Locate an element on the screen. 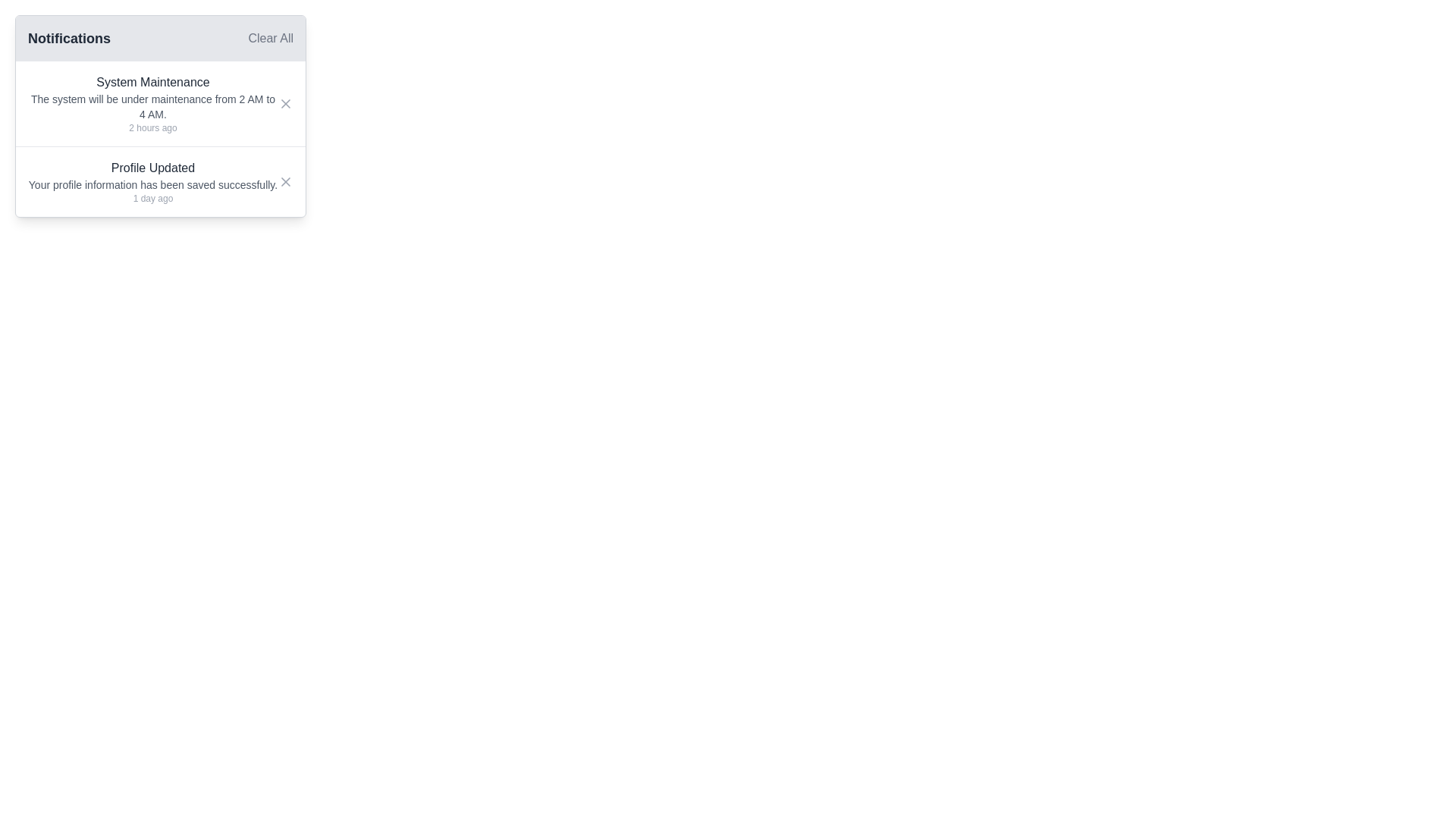  the 'Clear All' text button in the top-right corner of the notification header to observe the hover effect is located at coordinates (271, 37).